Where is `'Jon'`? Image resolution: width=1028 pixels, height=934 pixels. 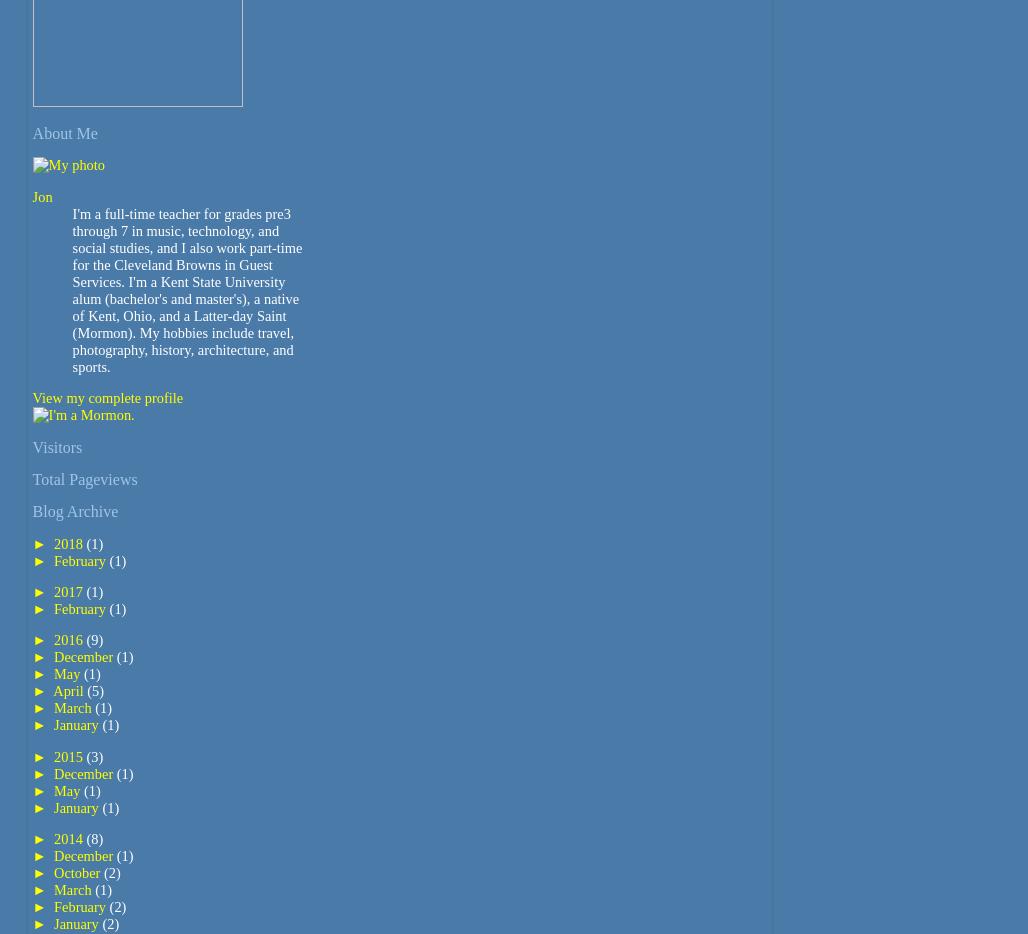 'Jon' is located at coordinates (42, 195).